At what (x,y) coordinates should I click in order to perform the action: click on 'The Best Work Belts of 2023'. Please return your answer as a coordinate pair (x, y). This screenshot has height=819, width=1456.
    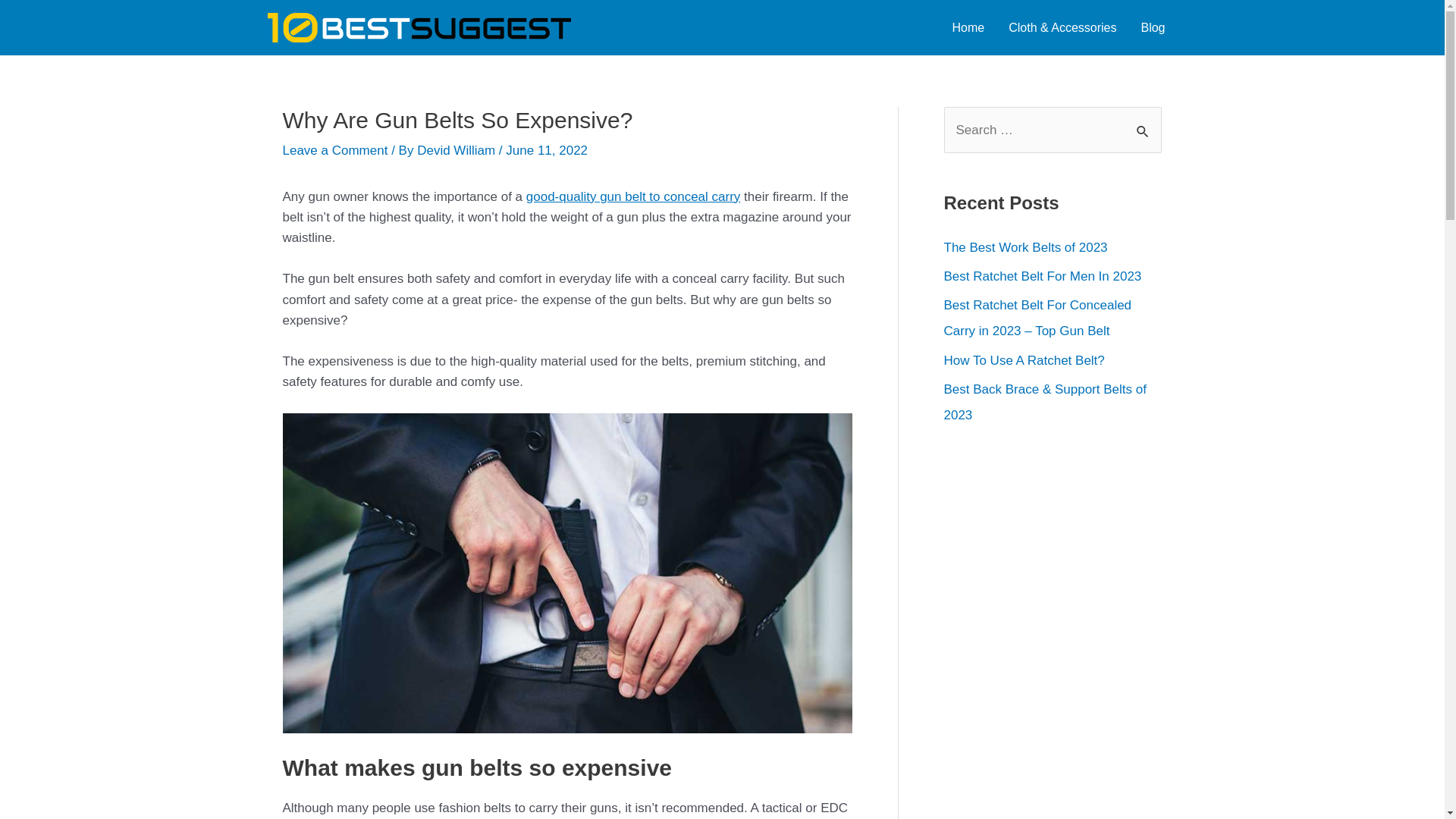
    Looking at the image, I should click on (1025, 246).